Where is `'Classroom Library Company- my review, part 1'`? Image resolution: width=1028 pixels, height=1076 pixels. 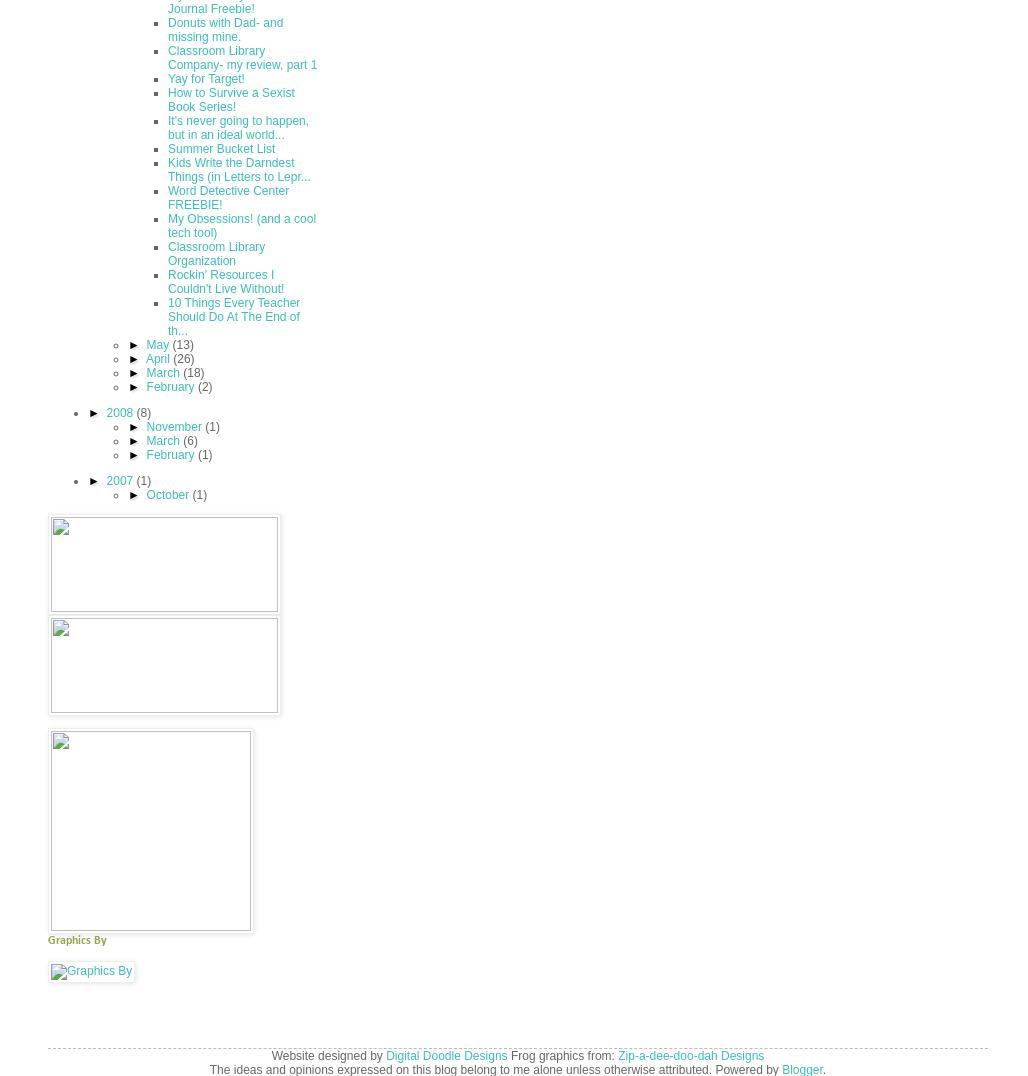
'Classroom Library Company- my review, part 1' is located at coordinates (241, 57).